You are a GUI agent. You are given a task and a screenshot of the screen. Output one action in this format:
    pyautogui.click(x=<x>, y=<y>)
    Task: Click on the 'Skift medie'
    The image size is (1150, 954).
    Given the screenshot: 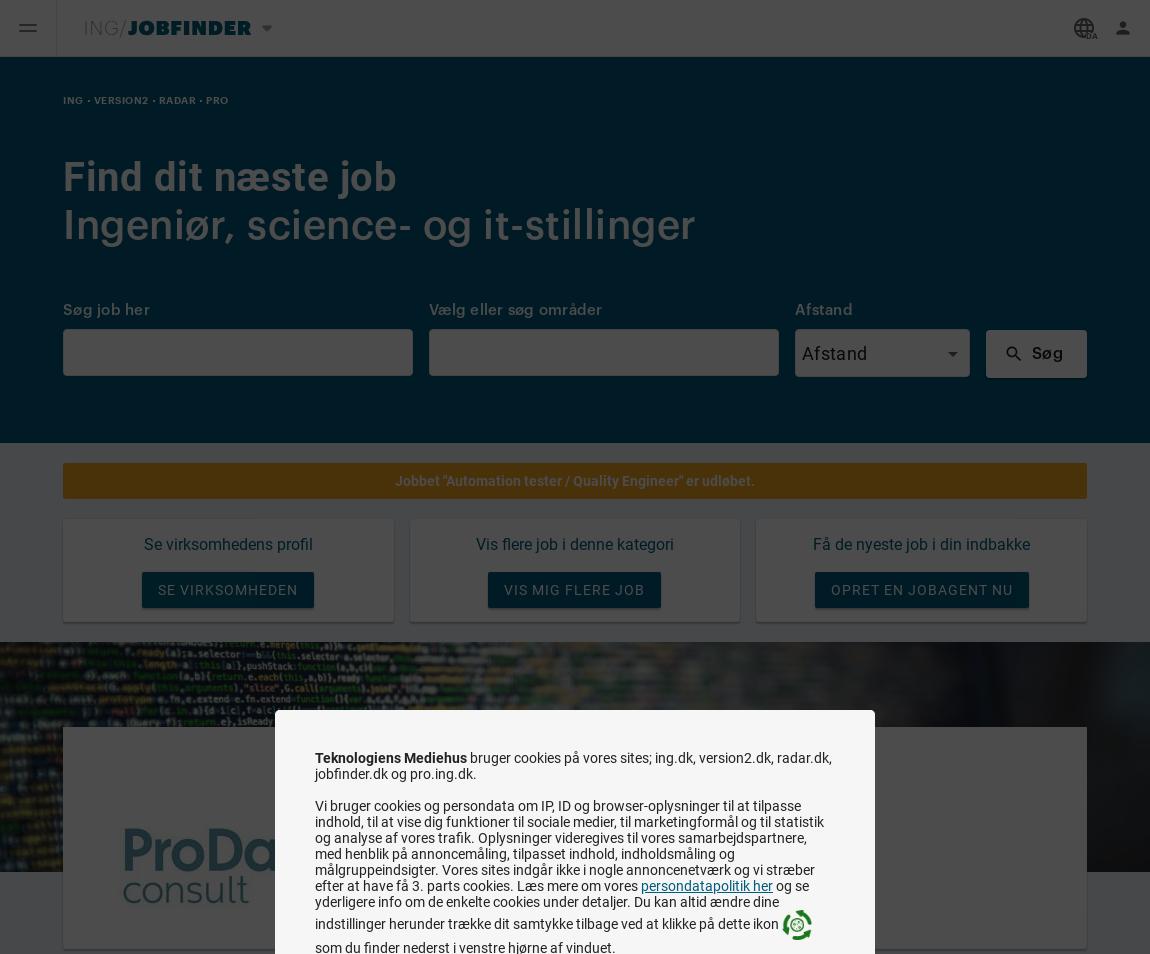 What is the action you would take?
    pyautogui.click(x=255, y=65)
    